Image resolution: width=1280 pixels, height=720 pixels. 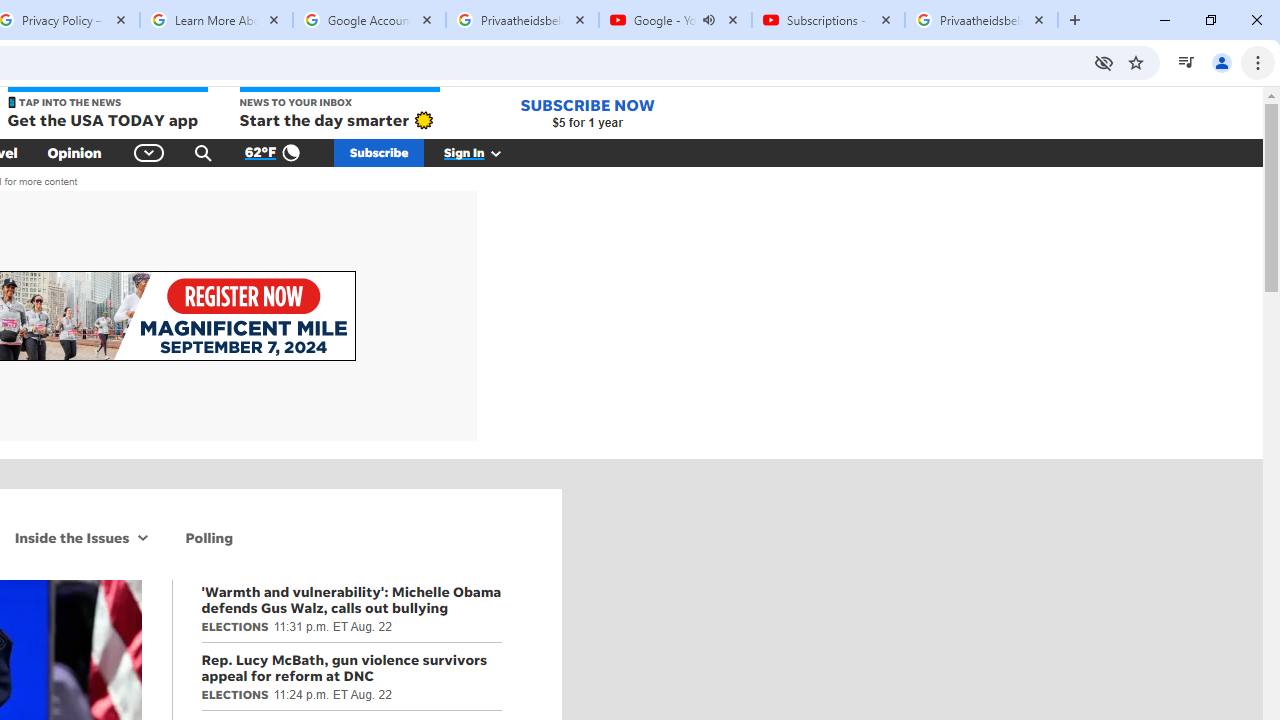 What do you see at coordinates (483, 152) in the screenshot?
I see `'Sign In'` at bounding box center [483, 152].